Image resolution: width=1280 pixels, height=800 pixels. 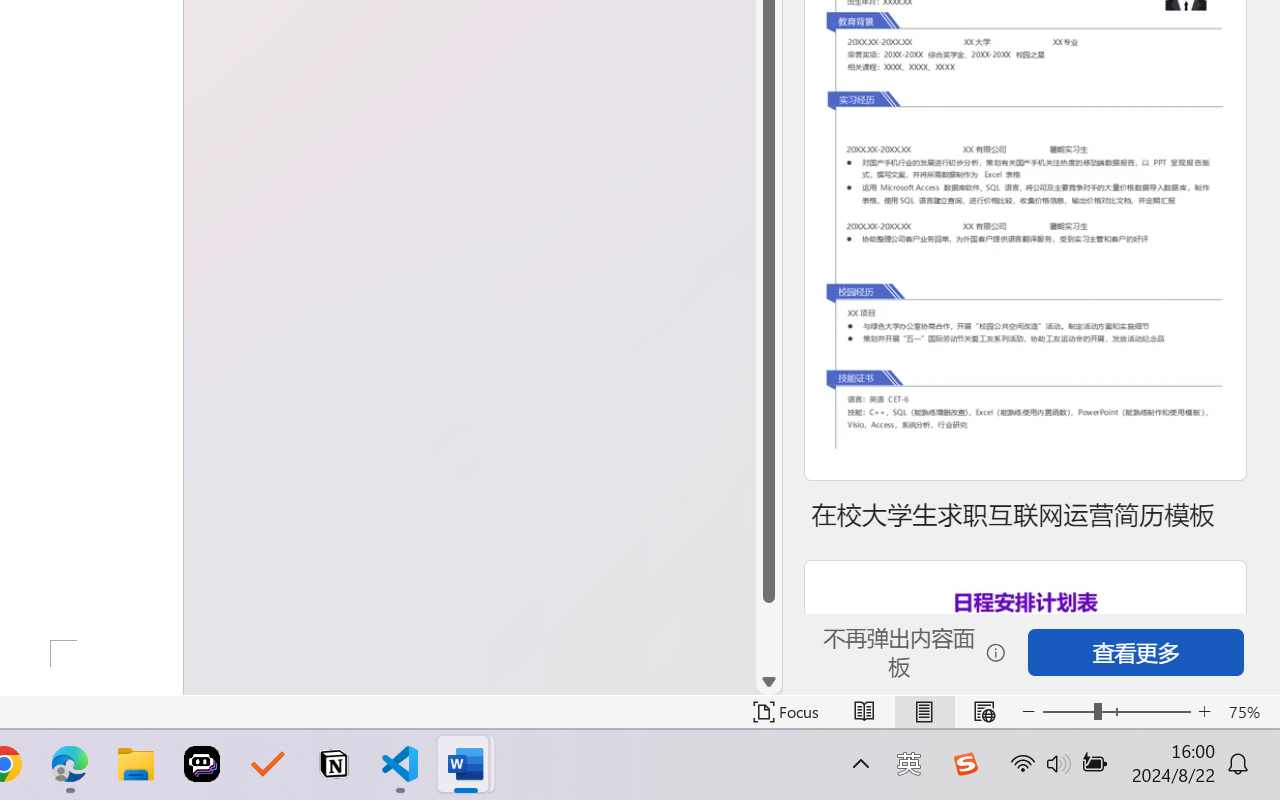 I want to click on 'Focus ', so click(x=785, y=711).